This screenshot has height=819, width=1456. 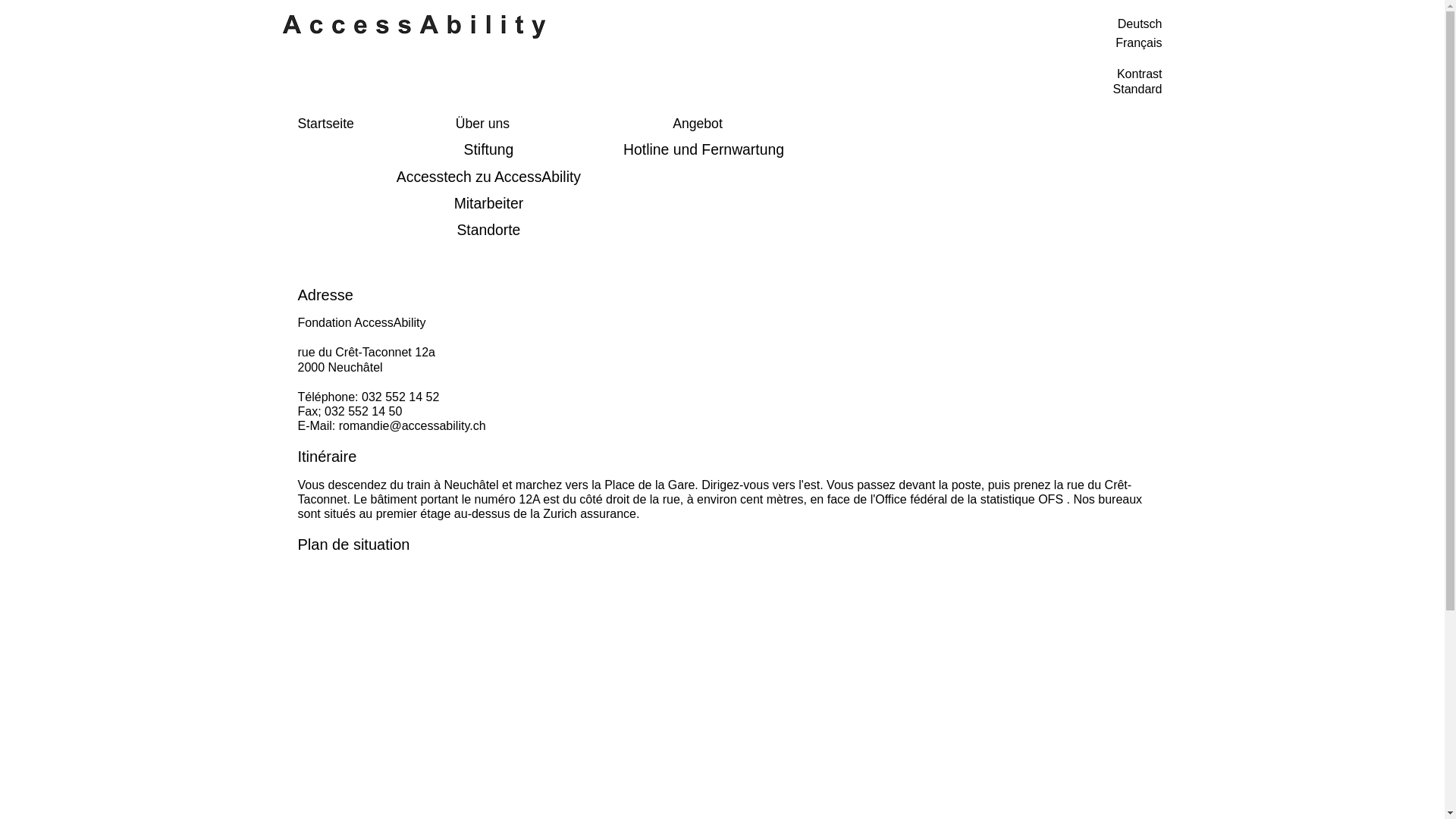 I want to click on 'Standard', so click(x=1137, y=89).